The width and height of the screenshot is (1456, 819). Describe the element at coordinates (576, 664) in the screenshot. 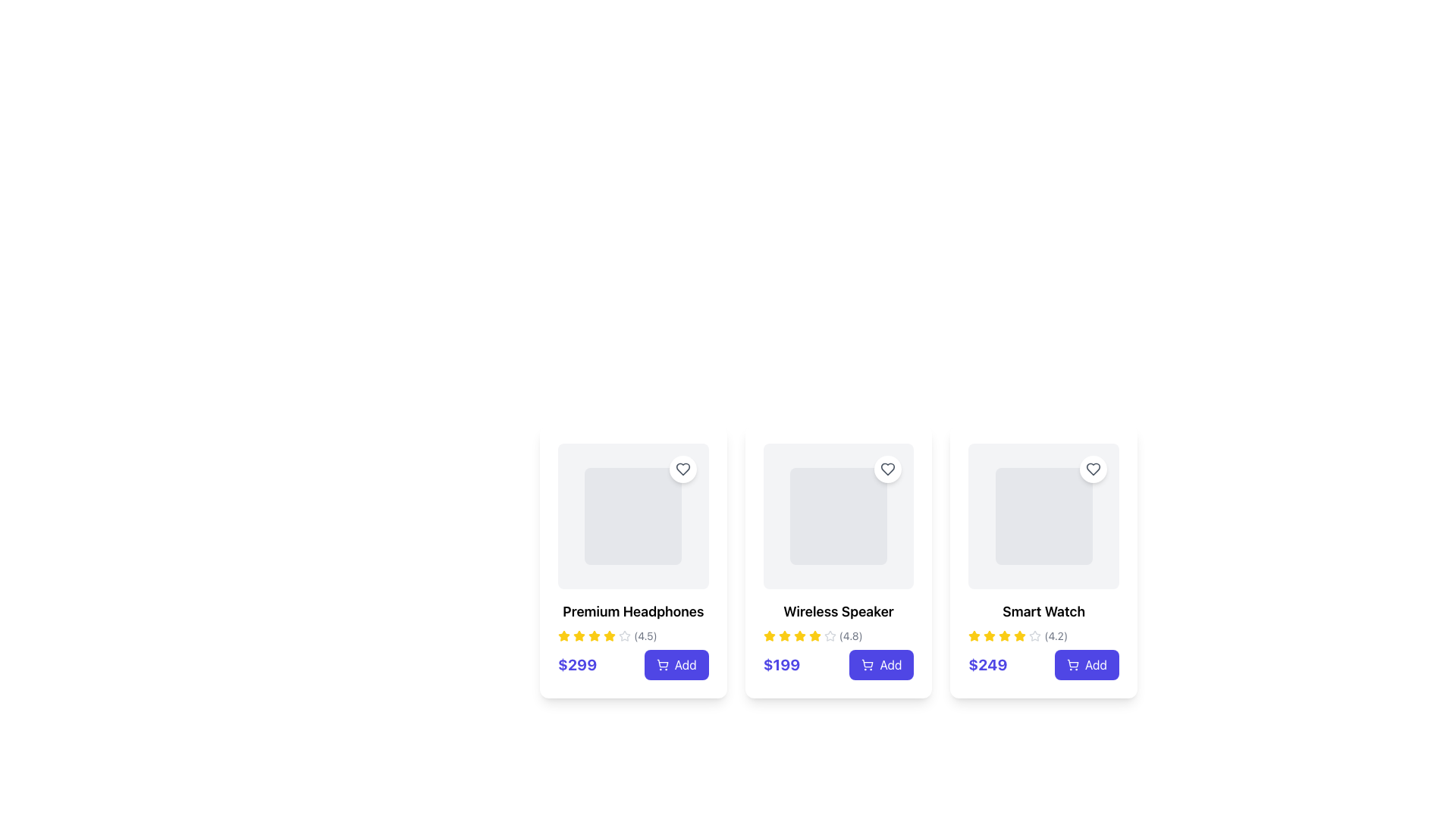

I see `the price Text label located on the left side of the 'Add' button in the leftmost product card` at that location.